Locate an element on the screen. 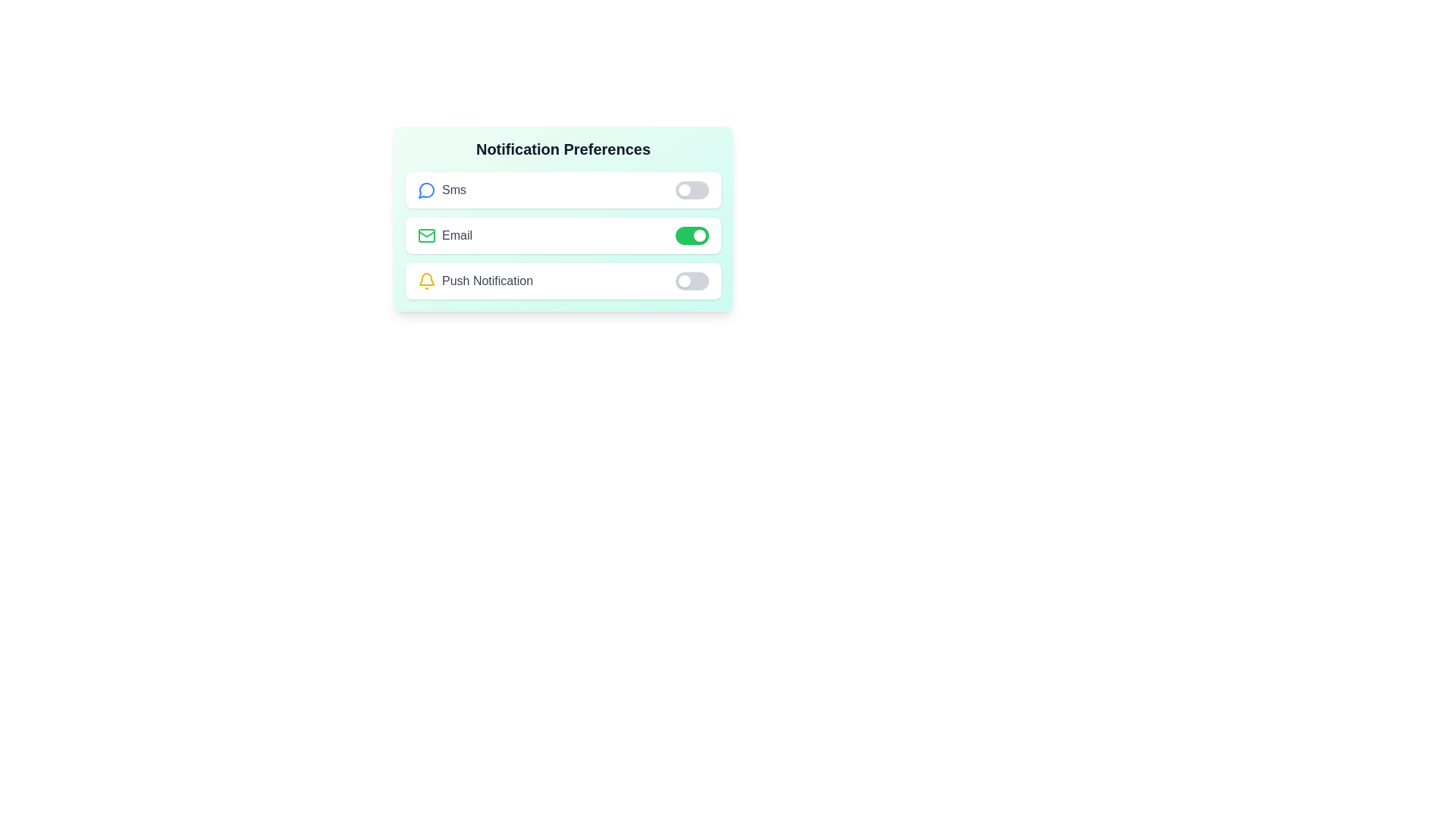 The width and height of the screenshot is (1456, 819). the 'Email' notification icon, which is the leftmost icon in the second row of the 'Notification Preferences' panel, aligned with the 'Sms' and 'Push Notification' options is located at coordinates (425, 236).